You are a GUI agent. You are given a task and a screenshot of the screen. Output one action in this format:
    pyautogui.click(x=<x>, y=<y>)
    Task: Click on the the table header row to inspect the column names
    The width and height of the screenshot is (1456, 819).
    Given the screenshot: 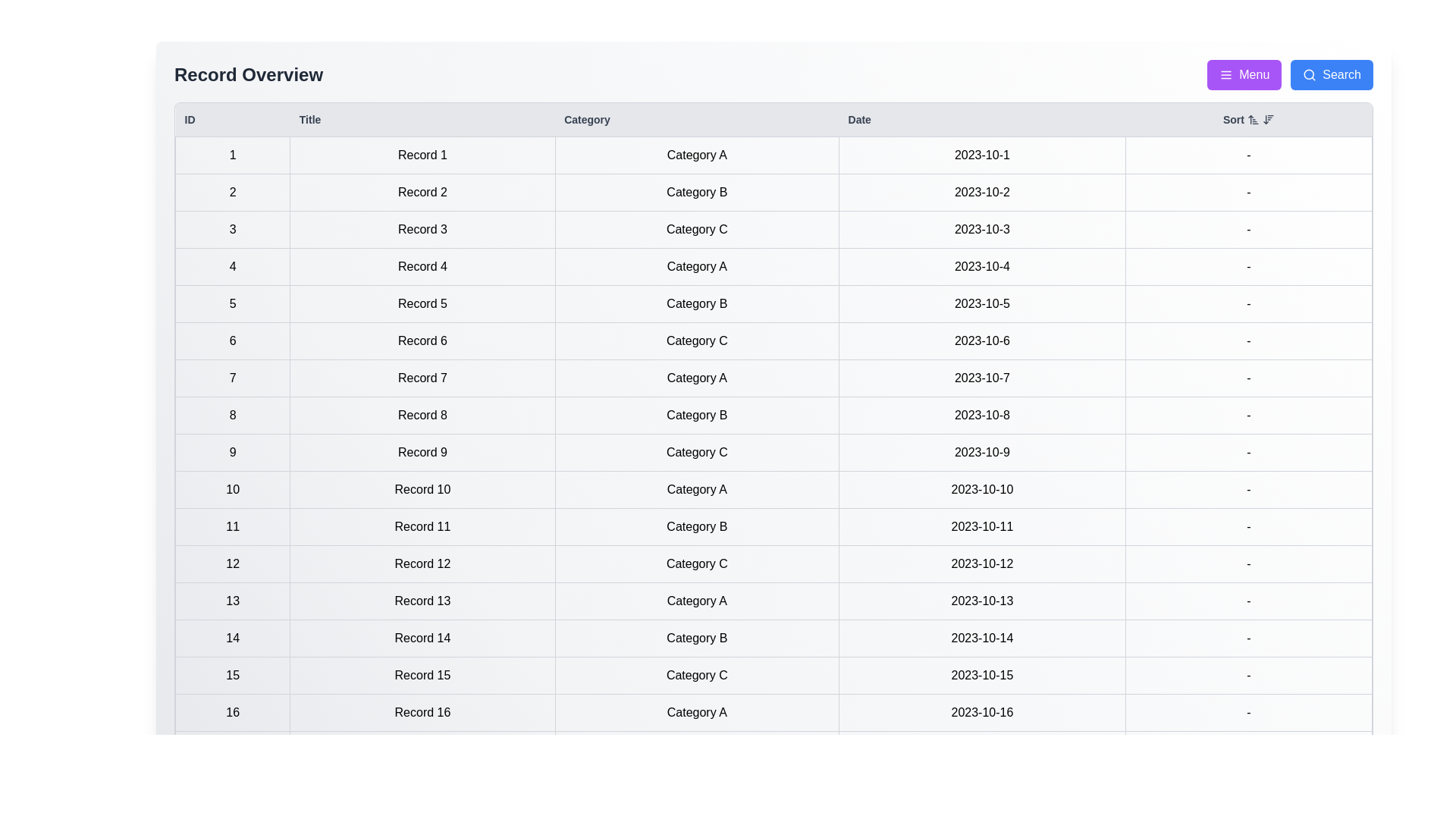 What is the action you would take?
    pyautogui.click(x=773, y=119)
    